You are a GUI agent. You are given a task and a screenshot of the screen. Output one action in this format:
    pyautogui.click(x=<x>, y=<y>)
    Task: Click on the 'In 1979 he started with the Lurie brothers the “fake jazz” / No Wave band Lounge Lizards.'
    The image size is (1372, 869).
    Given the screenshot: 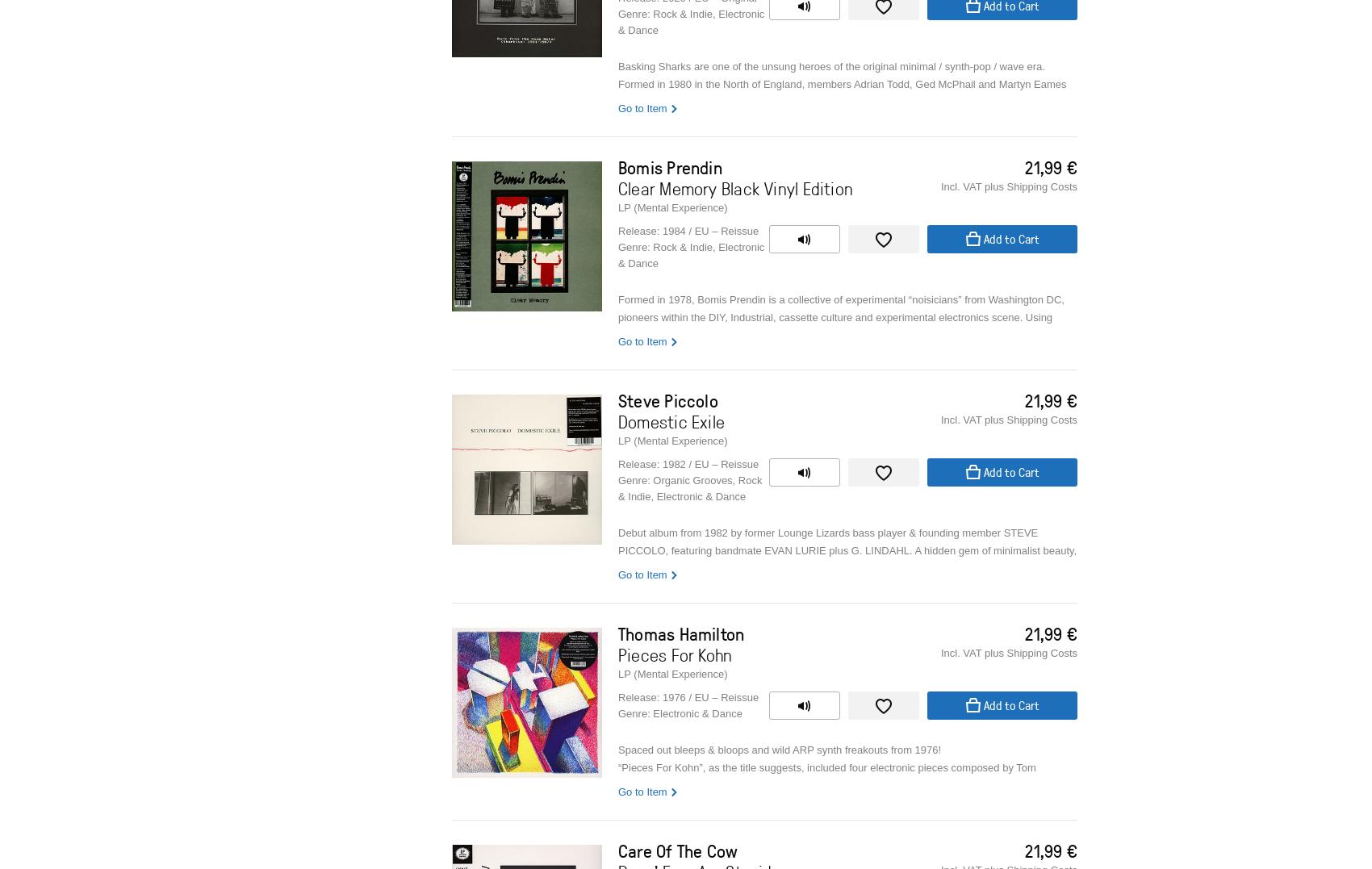 What is the action you would take?
    pyautogui.click(x=825, y=620)
    